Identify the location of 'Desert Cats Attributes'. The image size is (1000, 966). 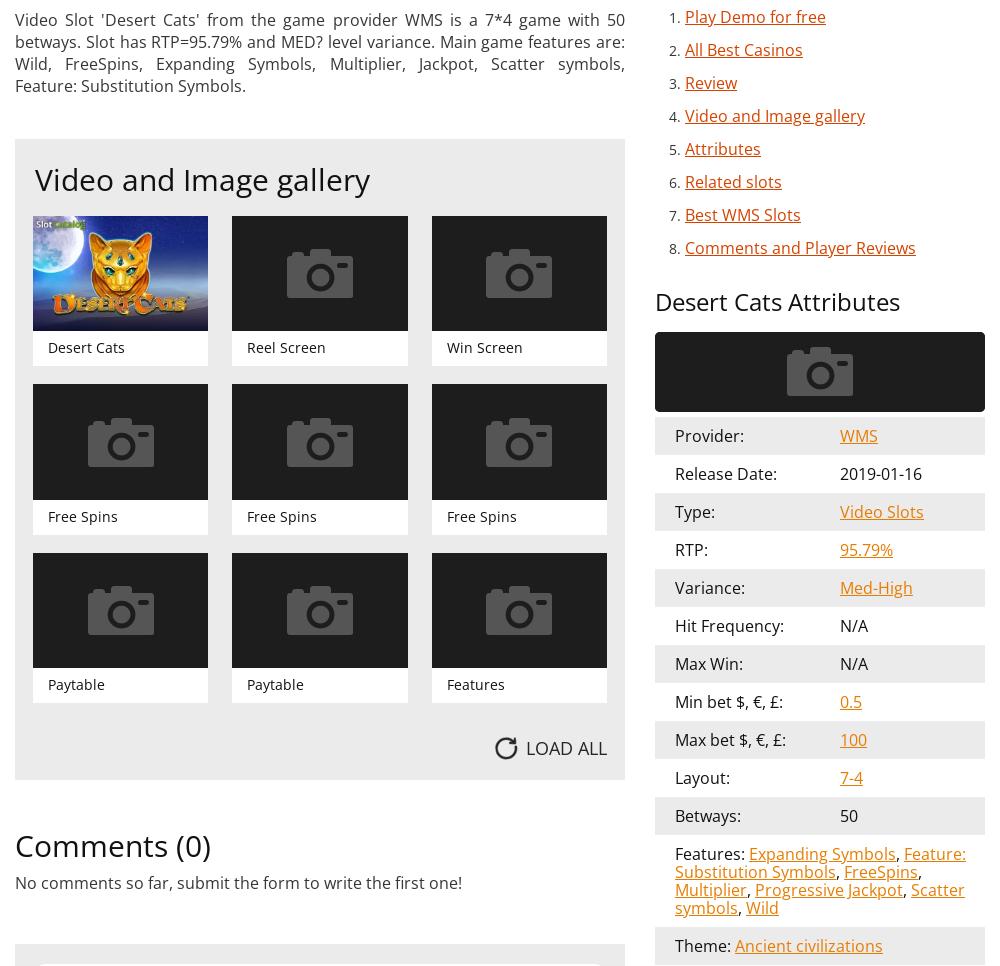
(777, 299).